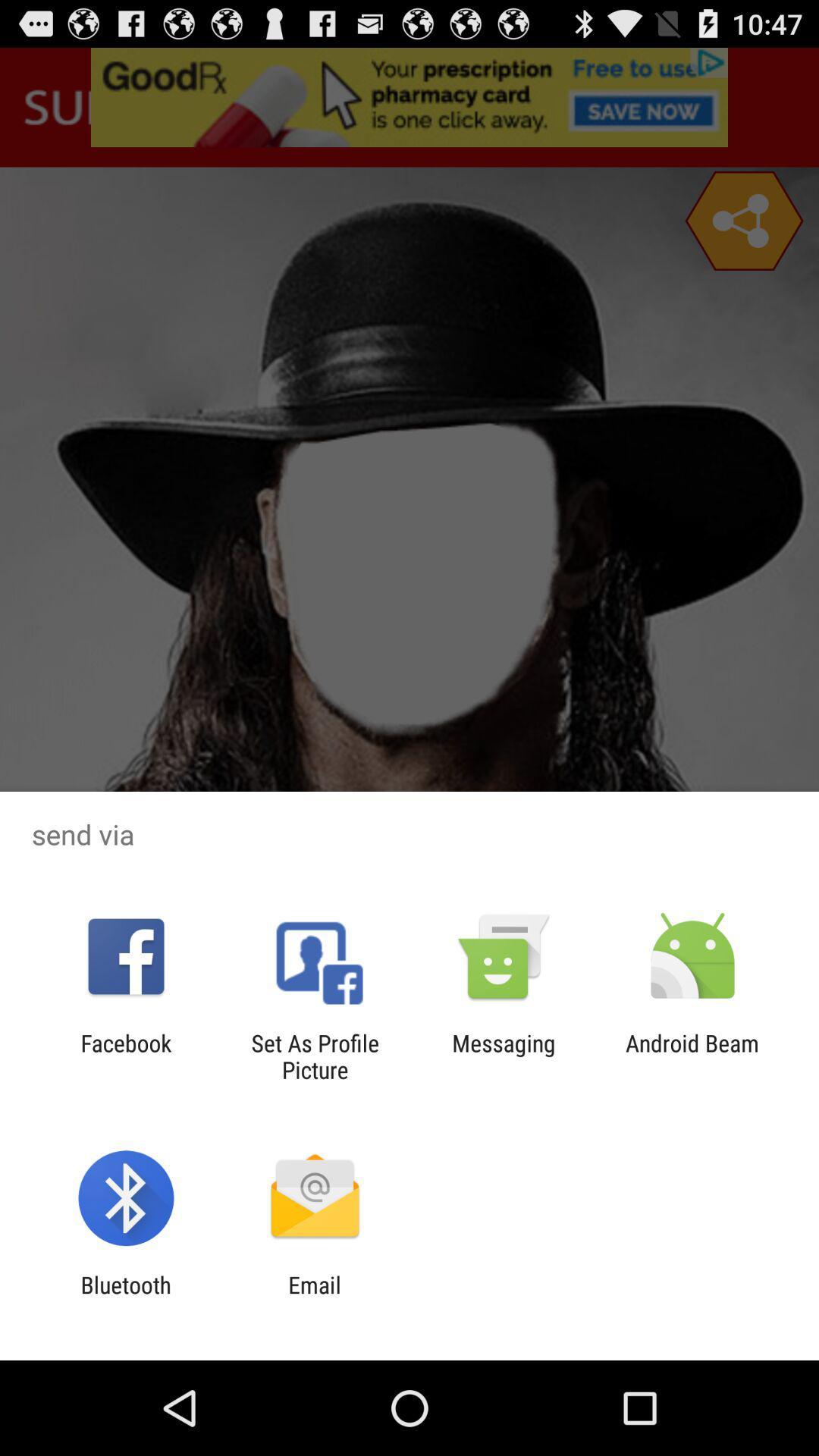 The width and height of the screenshot is (819, 1456). What do you see at coordinates (314, 1056) in the screenshot?
I see `set as profile` at bounding box center [314, 1056].